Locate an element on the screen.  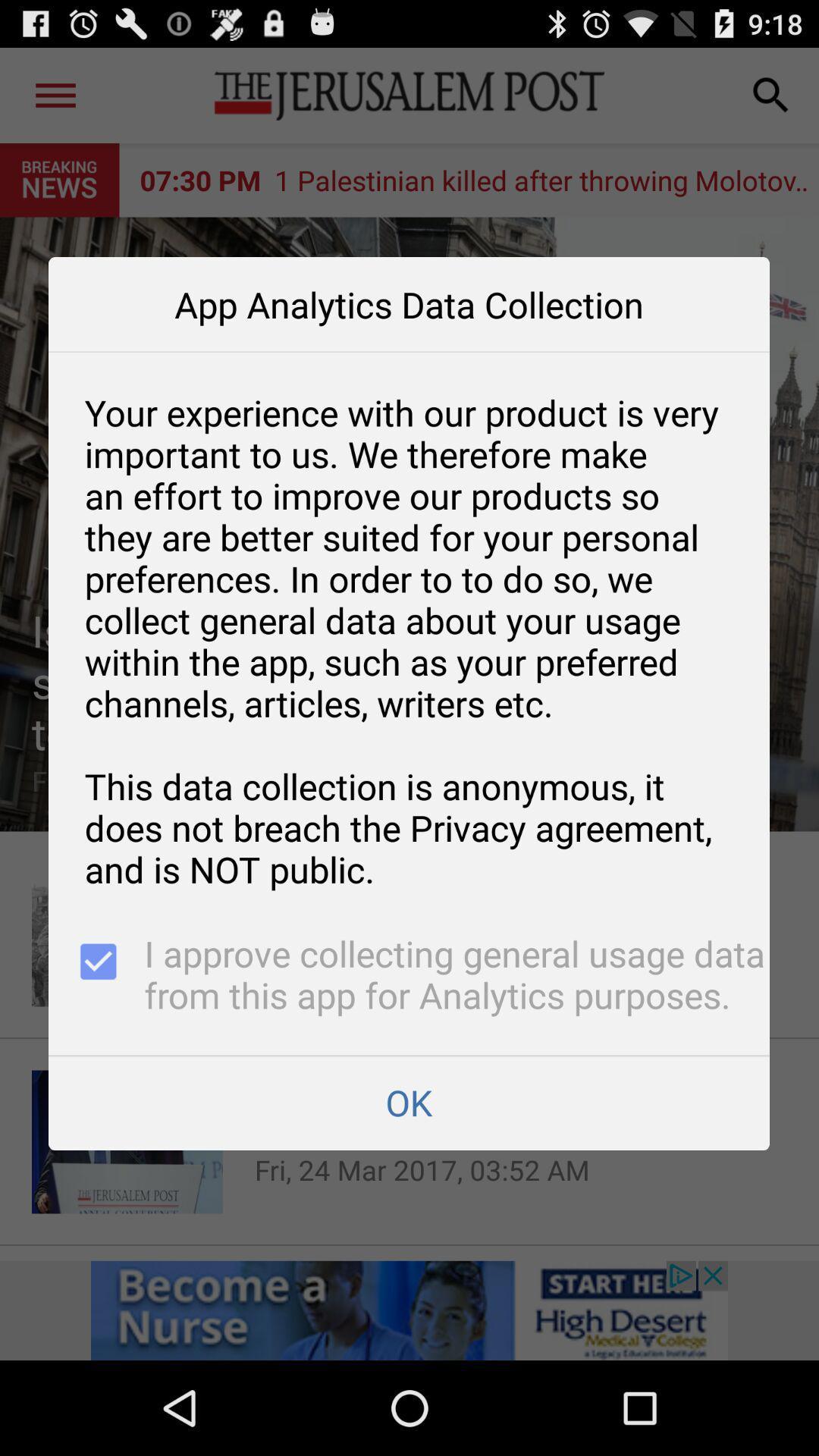
the app below i approve collecting is located at coordinates (408, 1103).